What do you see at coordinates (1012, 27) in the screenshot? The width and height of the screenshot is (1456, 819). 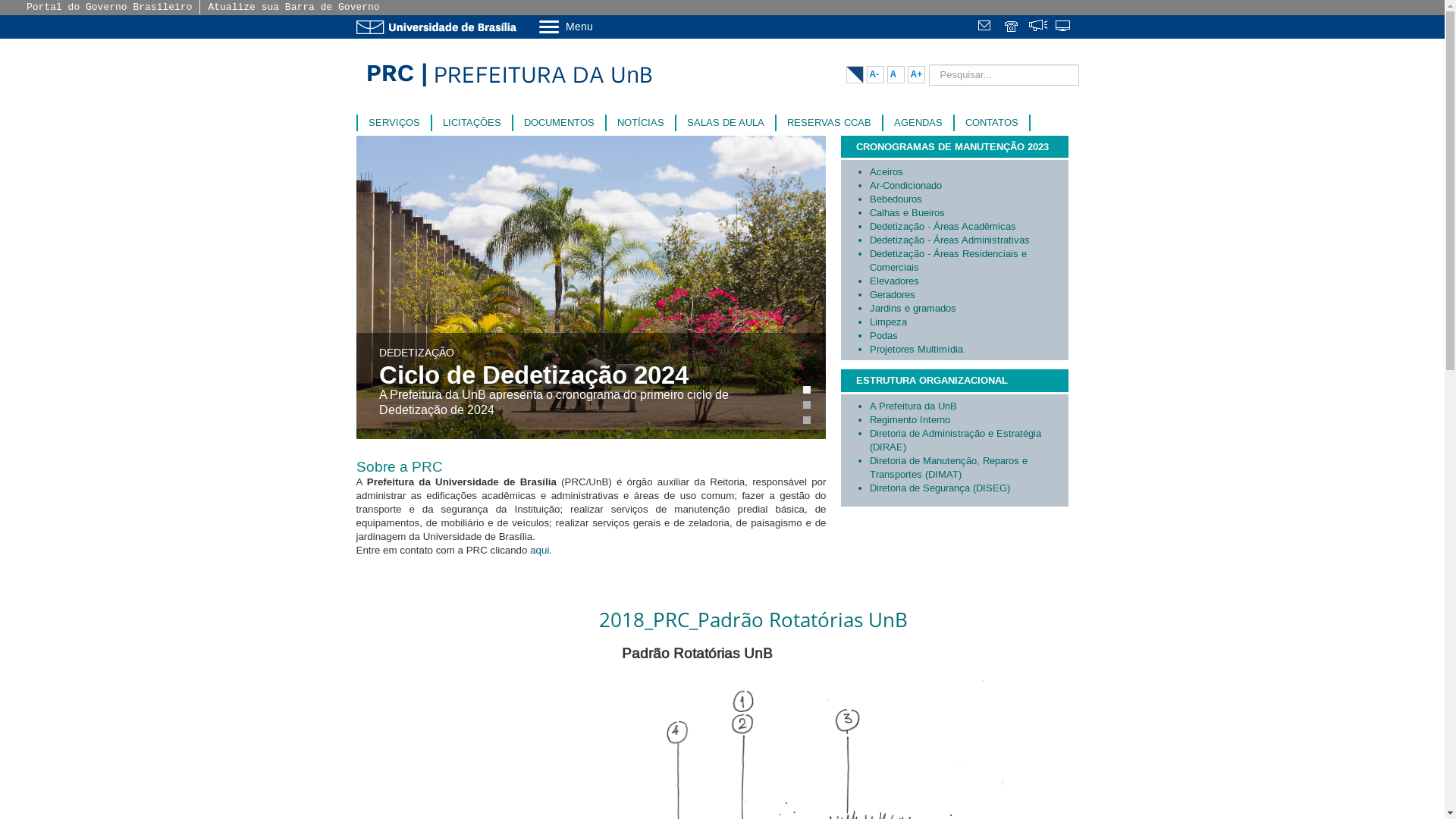 I see `'Telefones da UnB'` at bounding box center [1012, 27].